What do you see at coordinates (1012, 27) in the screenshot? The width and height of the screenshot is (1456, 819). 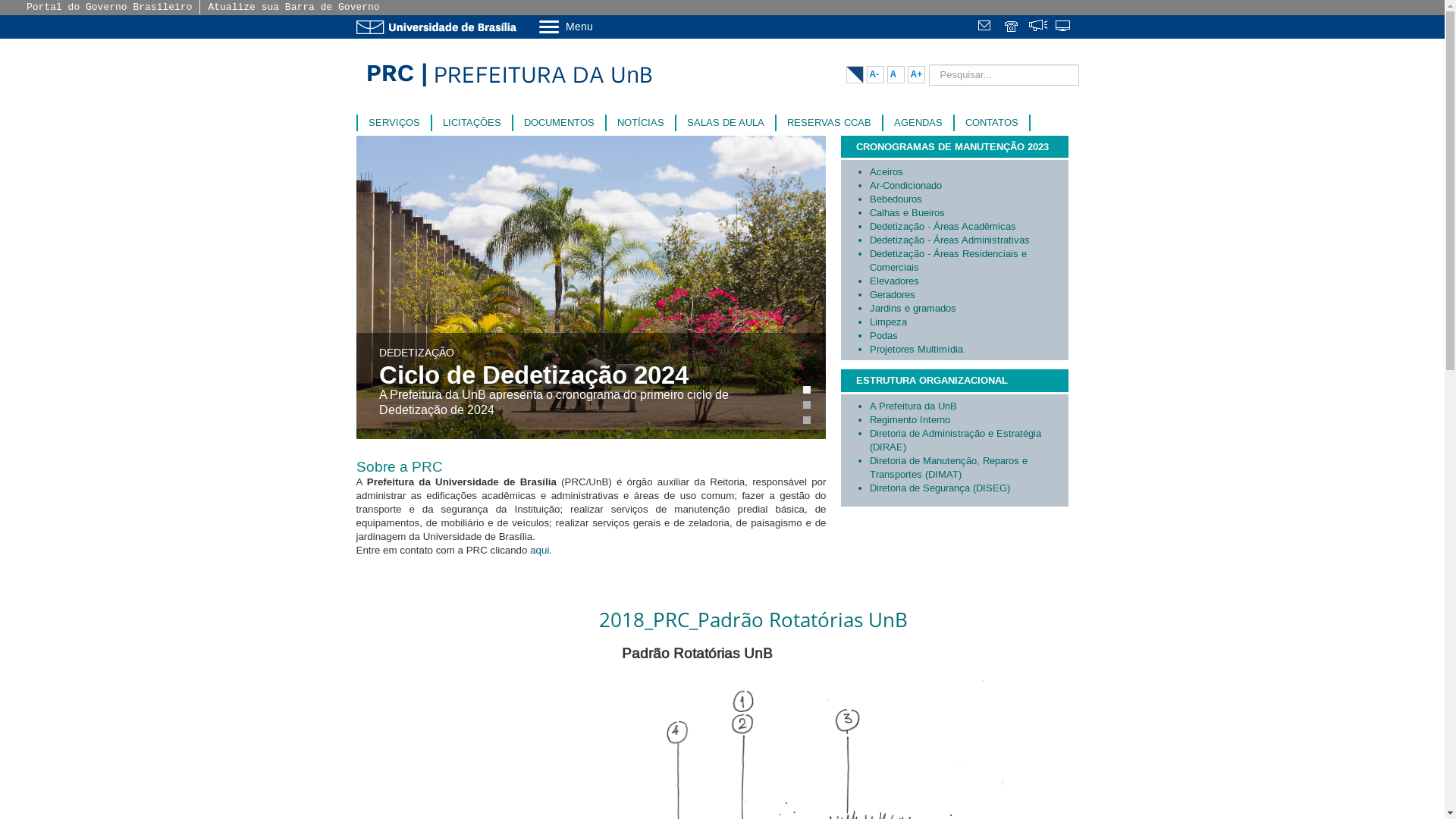 I see `'Telefones da UnB'` at bounding box center [1012, 27].